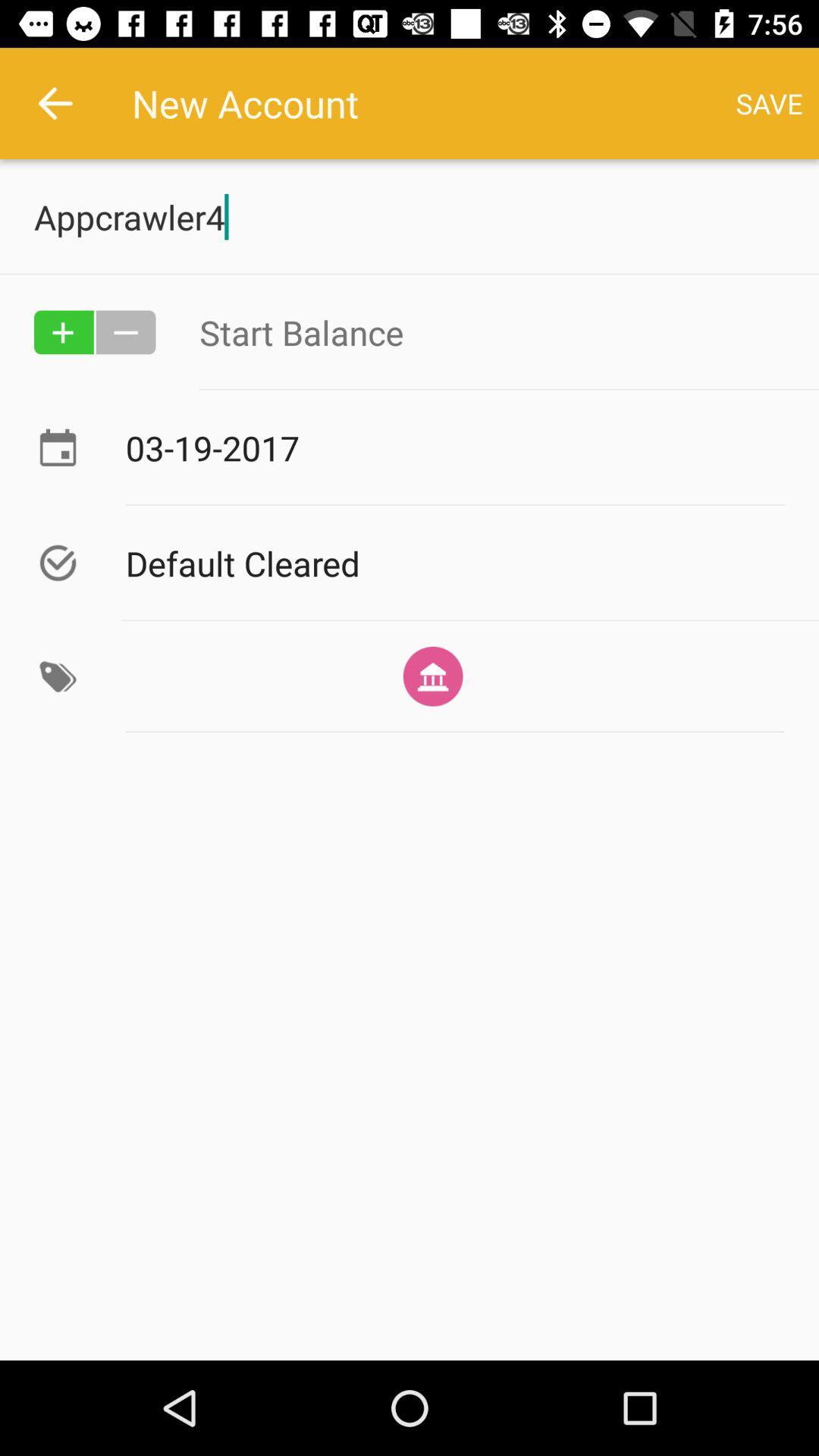 The image size is (819, 1456). Describe the element at coordinates (63, 331) in the screenshot. I see `the add icon` at that location.